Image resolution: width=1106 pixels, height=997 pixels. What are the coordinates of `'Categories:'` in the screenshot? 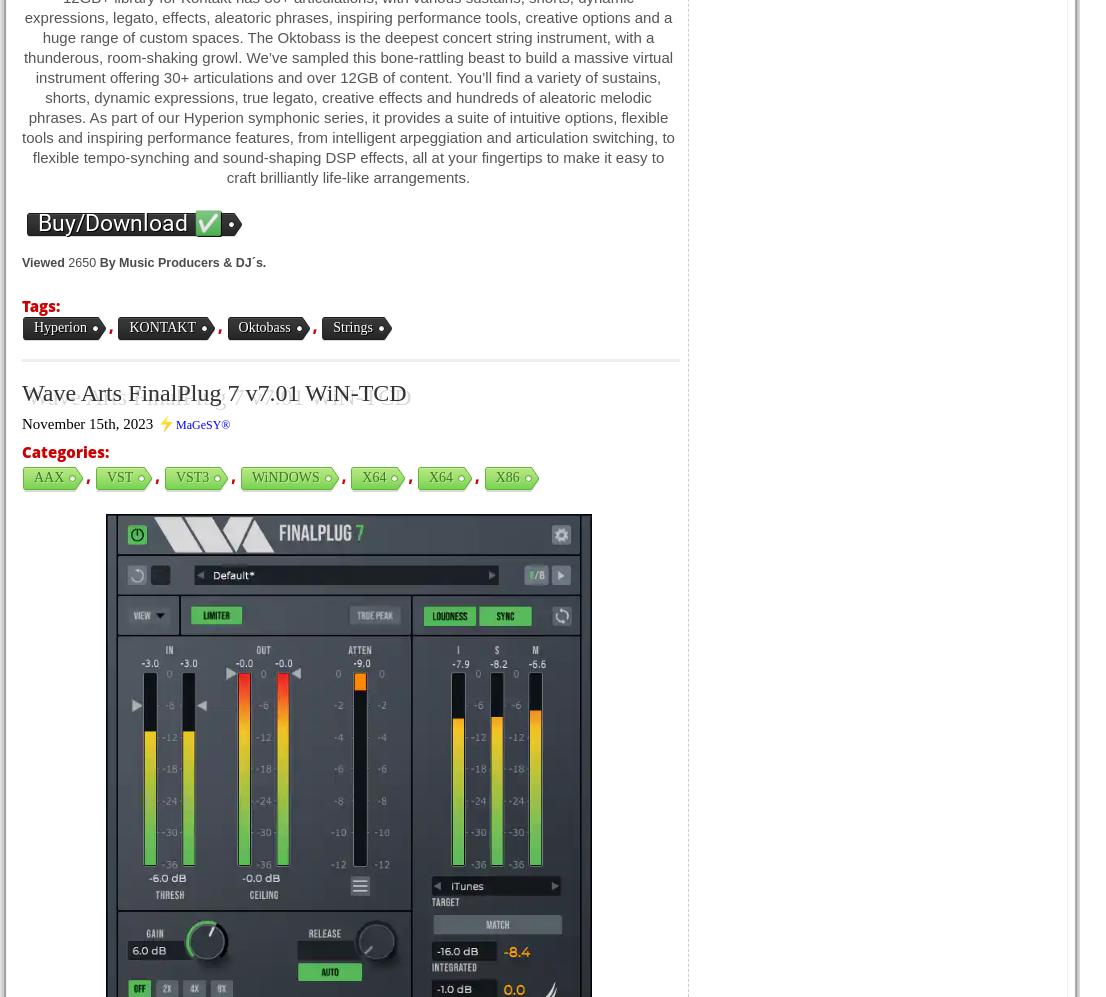 It's located at (22, 451).